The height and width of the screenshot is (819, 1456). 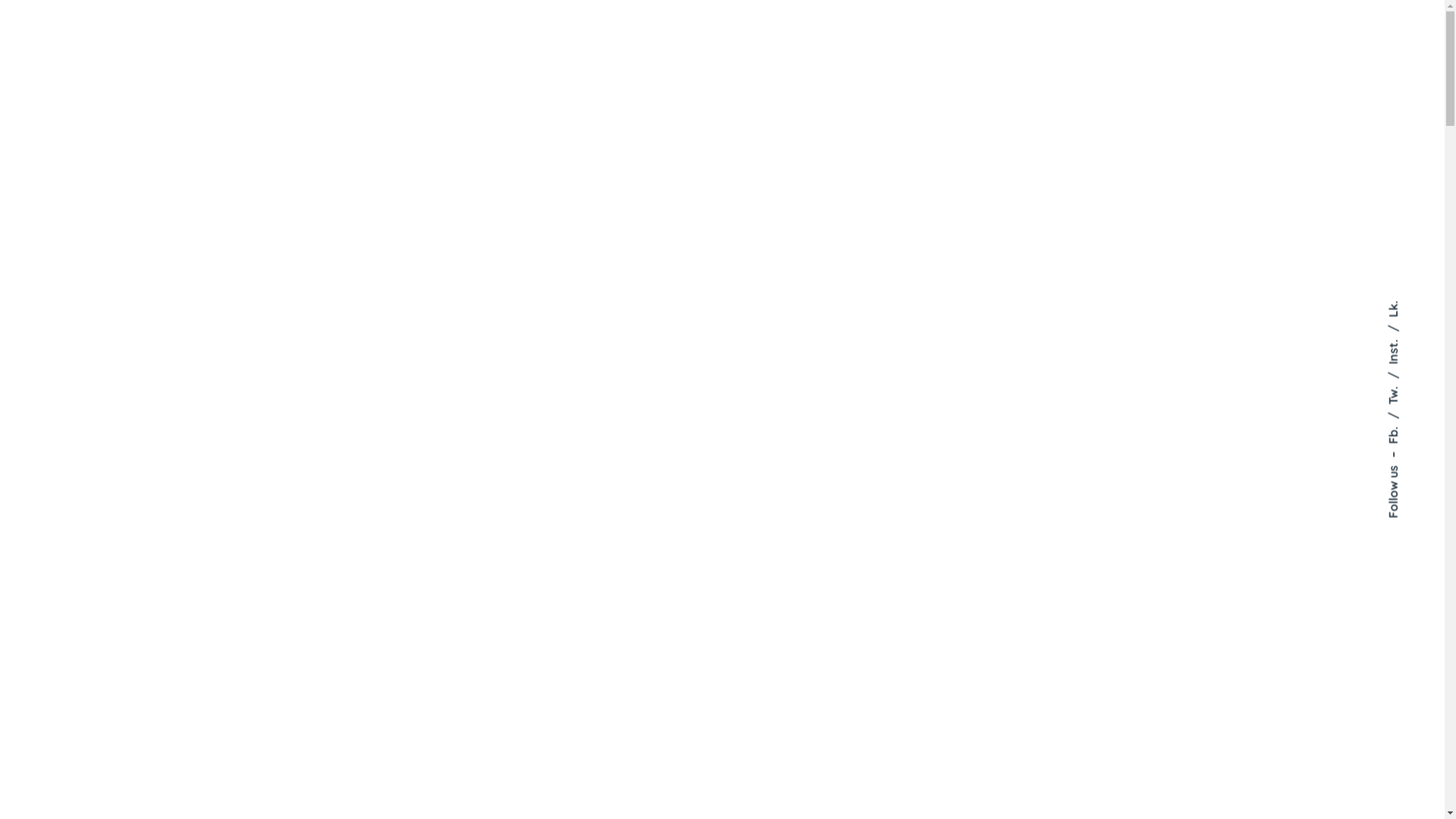 I want to click on 'Fb.', so click(x=1385, y=420).